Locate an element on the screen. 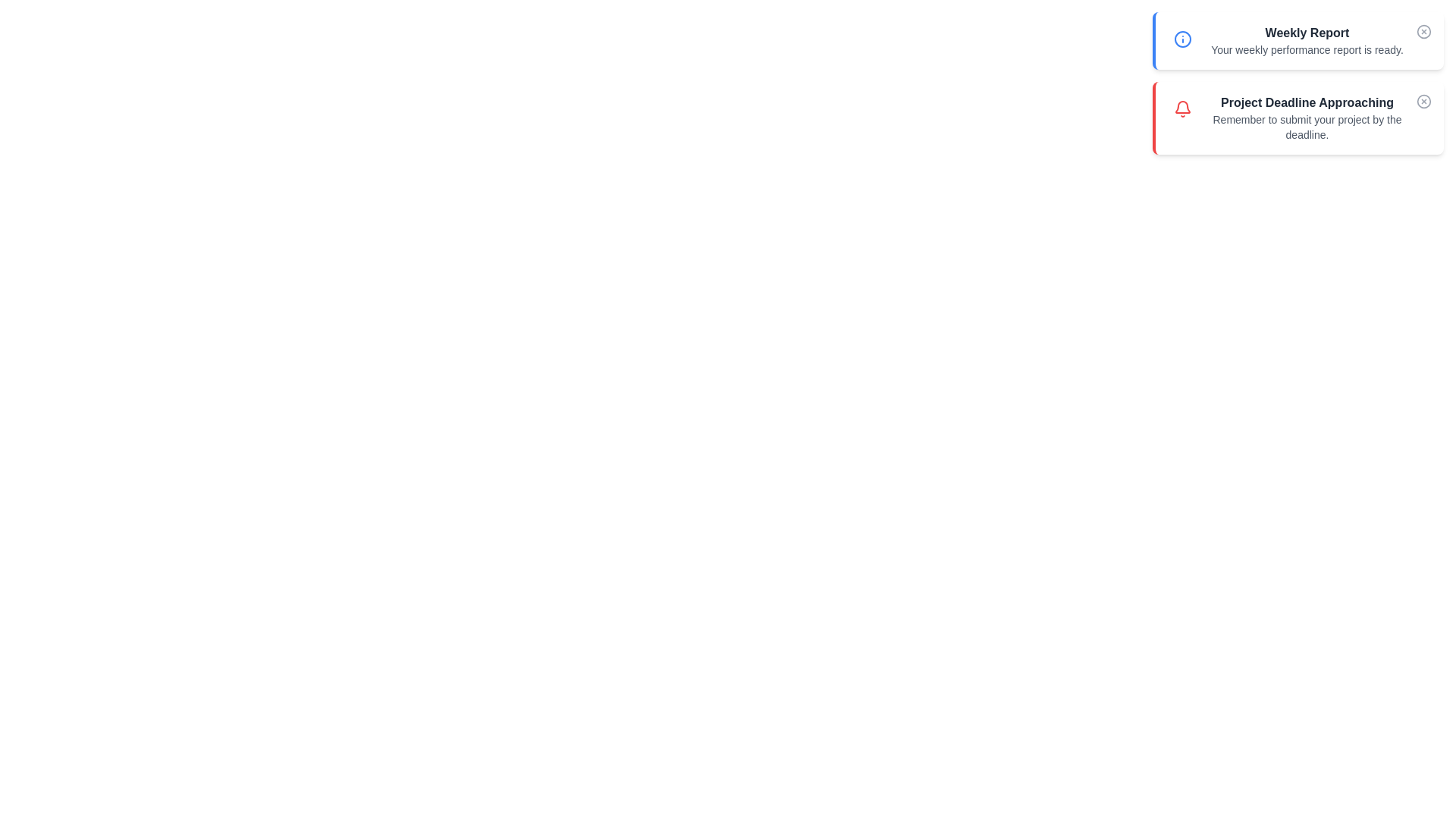  the notification to view its details is located at coordinates (1298, 40).